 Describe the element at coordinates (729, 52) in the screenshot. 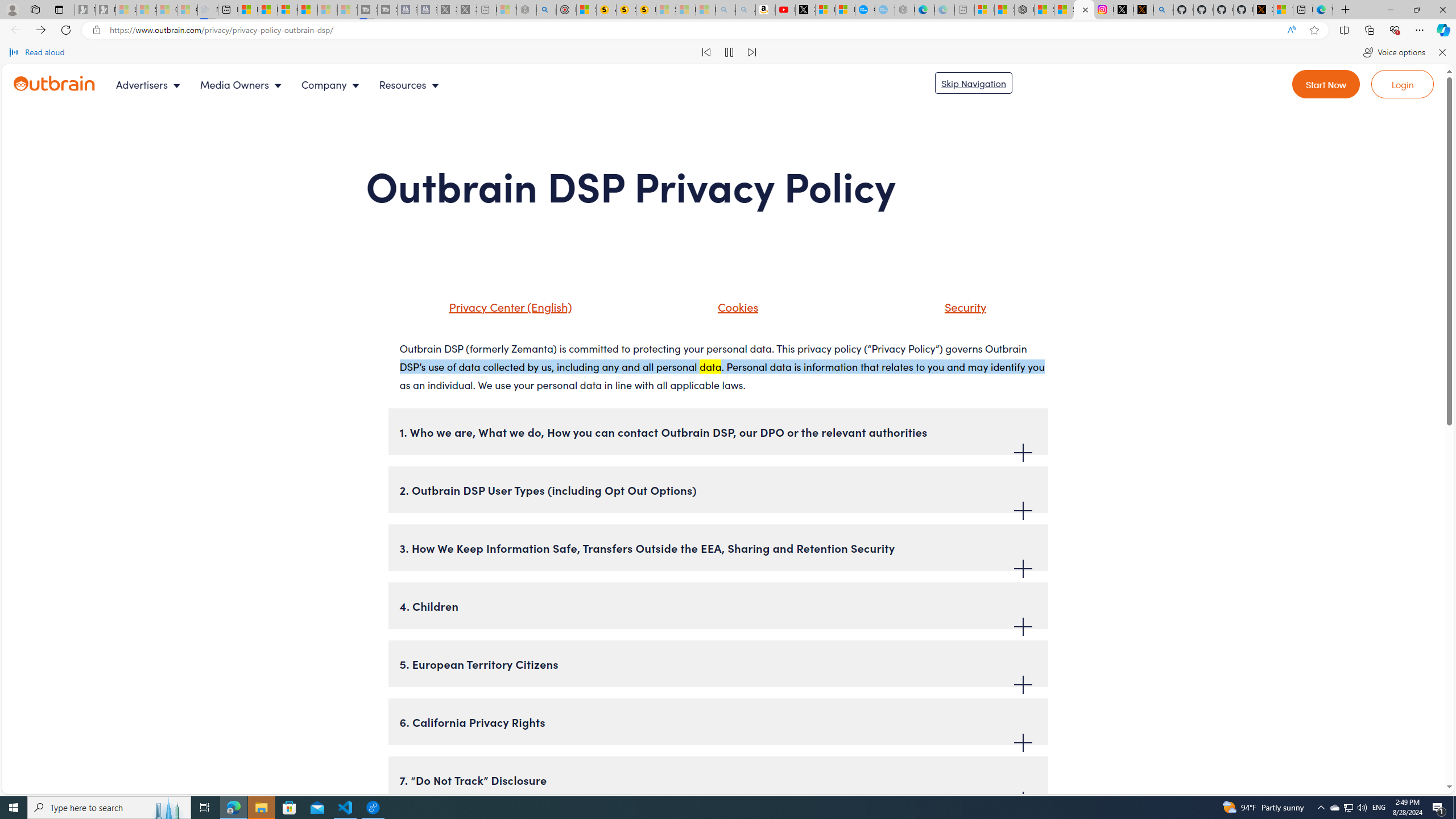

I see `'Pause read aloud (Ctrl+Shift+U)'` at that location.